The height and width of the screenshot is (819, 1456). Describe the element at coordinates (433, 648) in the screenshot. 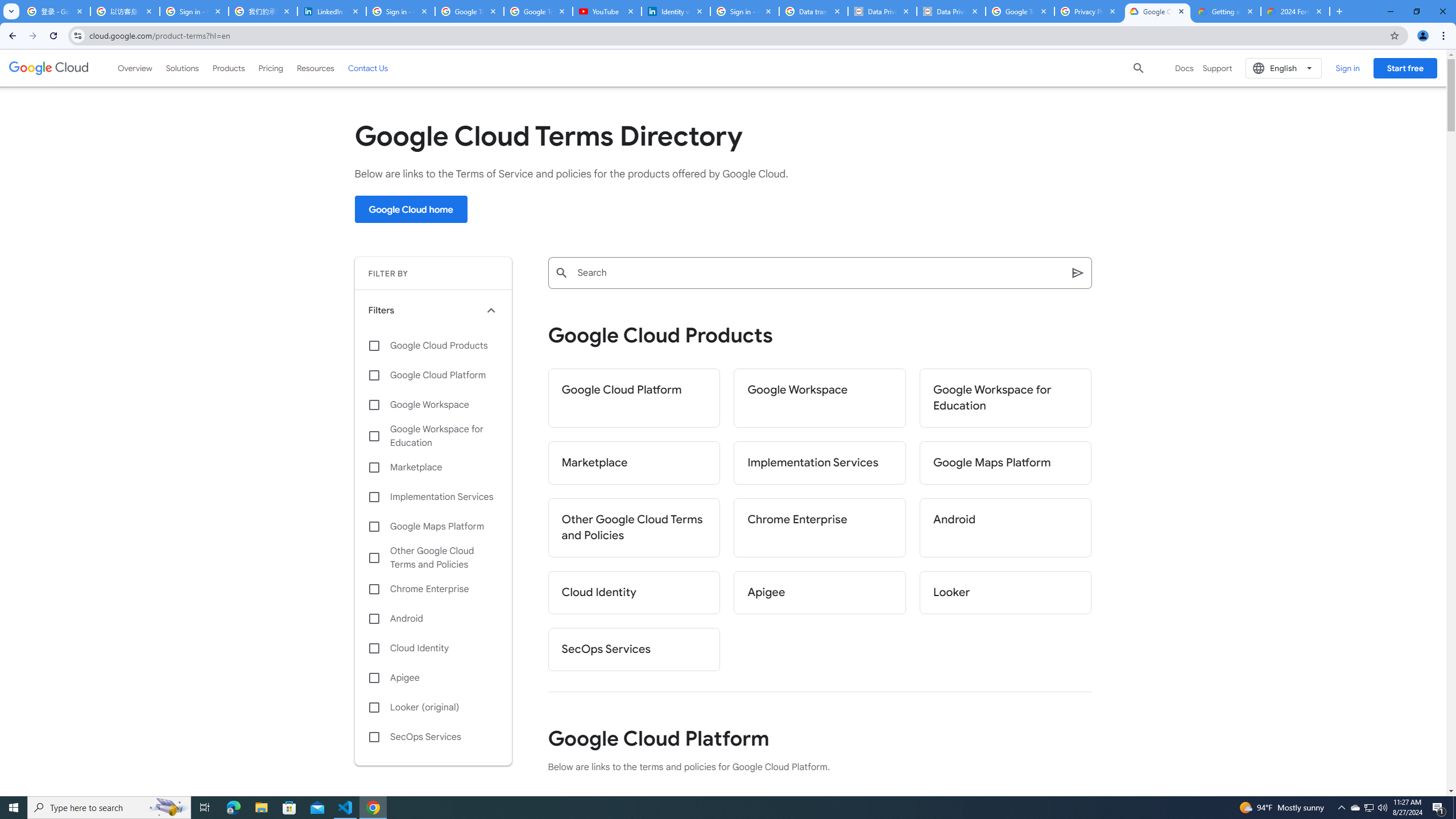

I see `'Cloud Identity'` at that location.